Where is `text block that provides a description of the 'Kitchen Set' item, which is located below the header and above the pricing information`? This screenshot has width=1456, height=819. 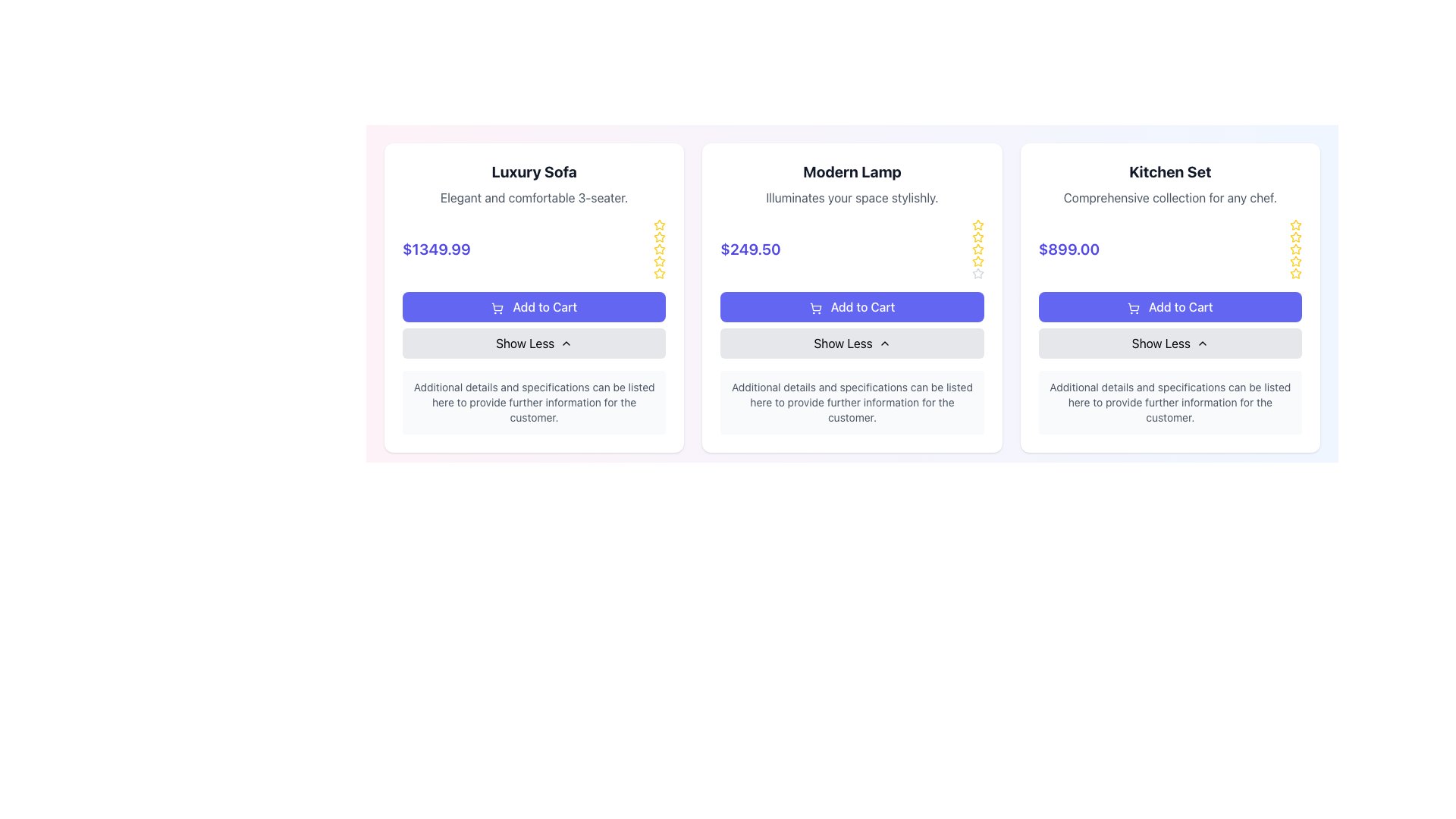
text block that provides a description of the 'Kitchen Set' item, which is located below the header and above the pricing information is located at coordinates (1169, 197).